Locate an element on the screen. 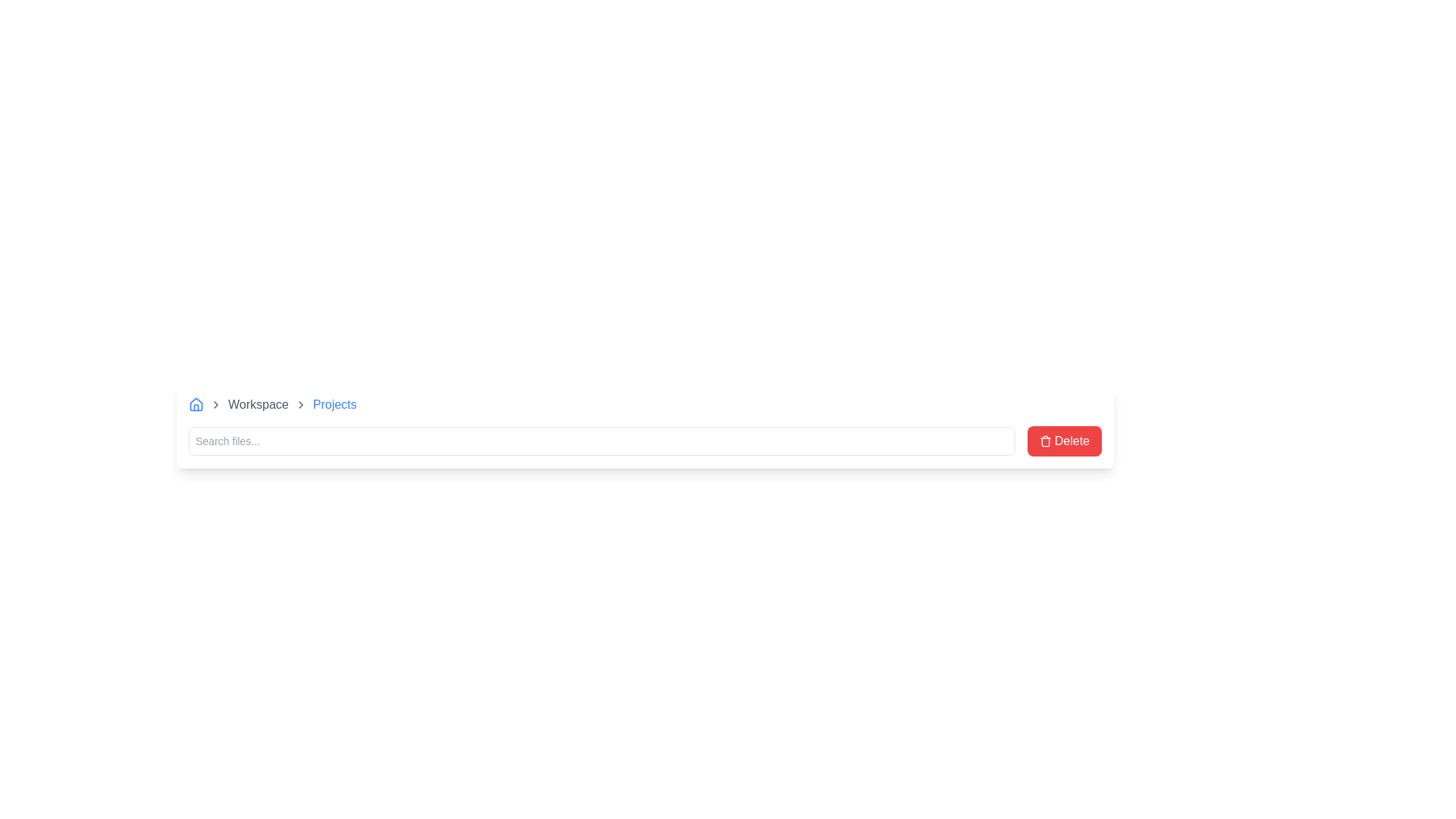 This screenshot has width=1456, height=819. the third chevron icon in the breadcrumb navigation, which is located between the 'Workspace' and 'Projects' texts is located at coordinates (300, 403).